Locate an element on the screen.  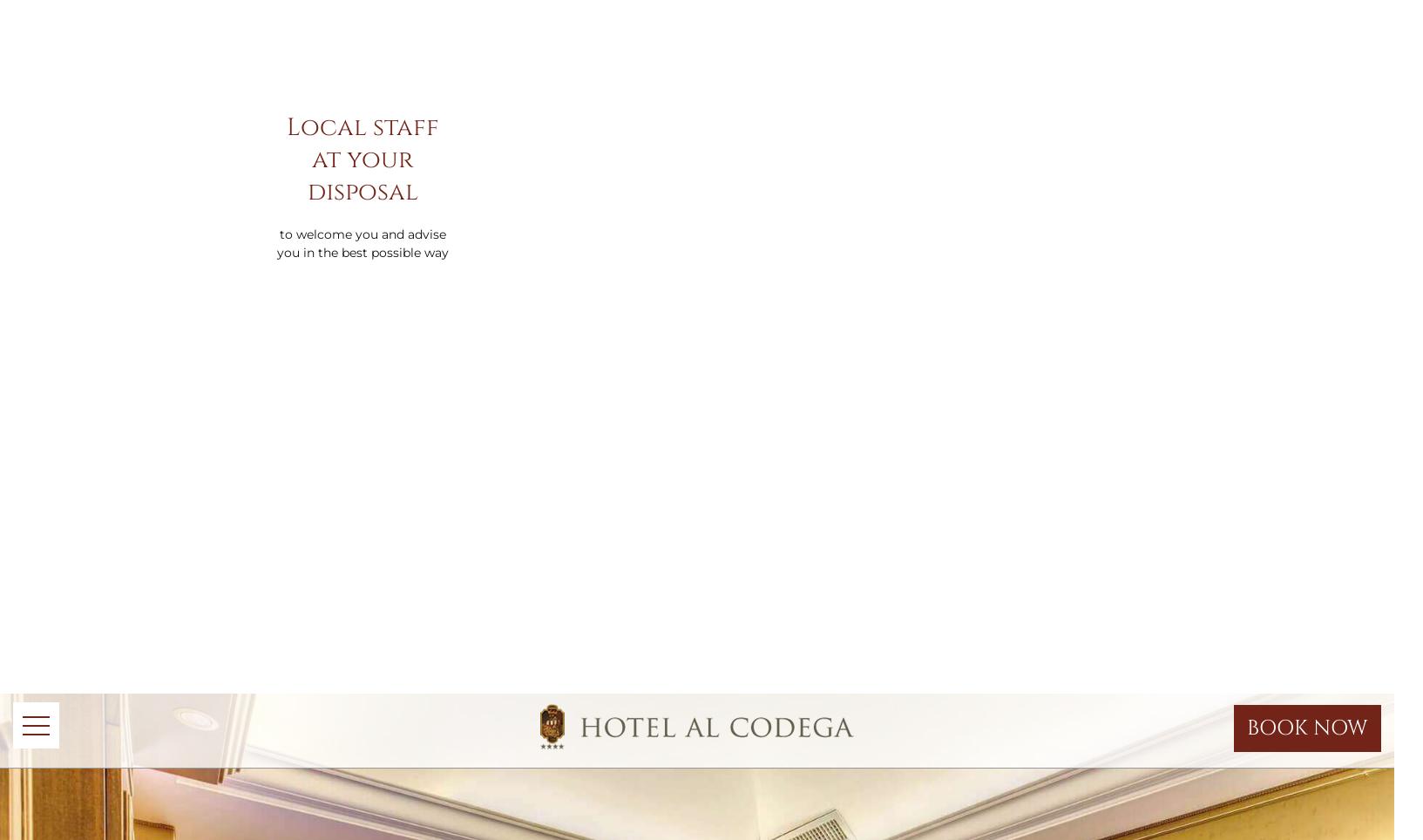
'Hotel Marketing by Nozio Business' is located at coordinates (594, 132).